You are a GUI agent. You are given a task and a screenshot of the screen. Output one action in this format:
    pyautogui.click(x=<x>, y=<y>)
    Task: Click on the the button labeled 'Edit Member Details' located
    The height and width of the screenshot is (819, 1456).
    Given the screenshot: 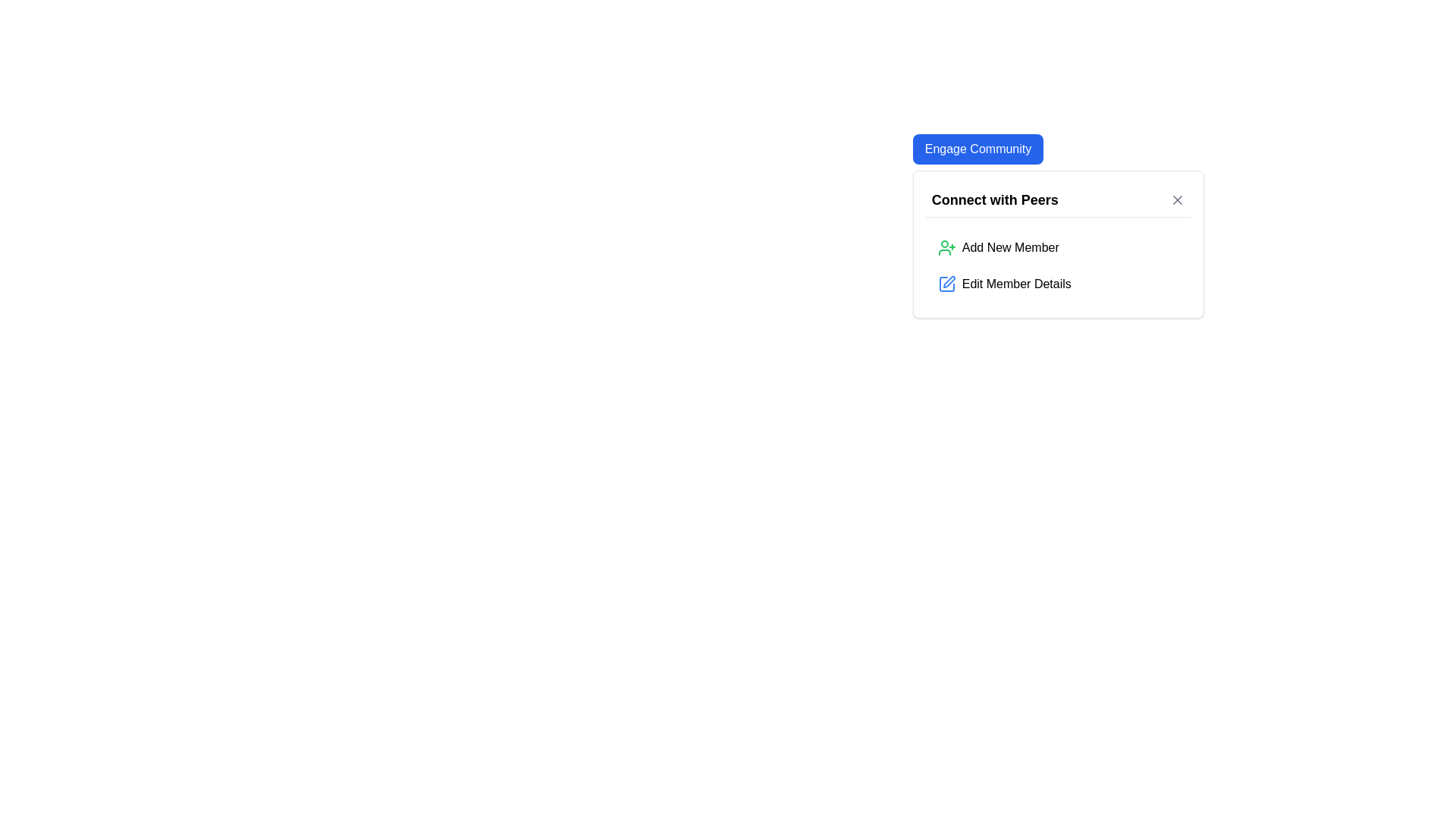 What is the action you would take?
    pyautogui.click(x=1057, y=284)
    